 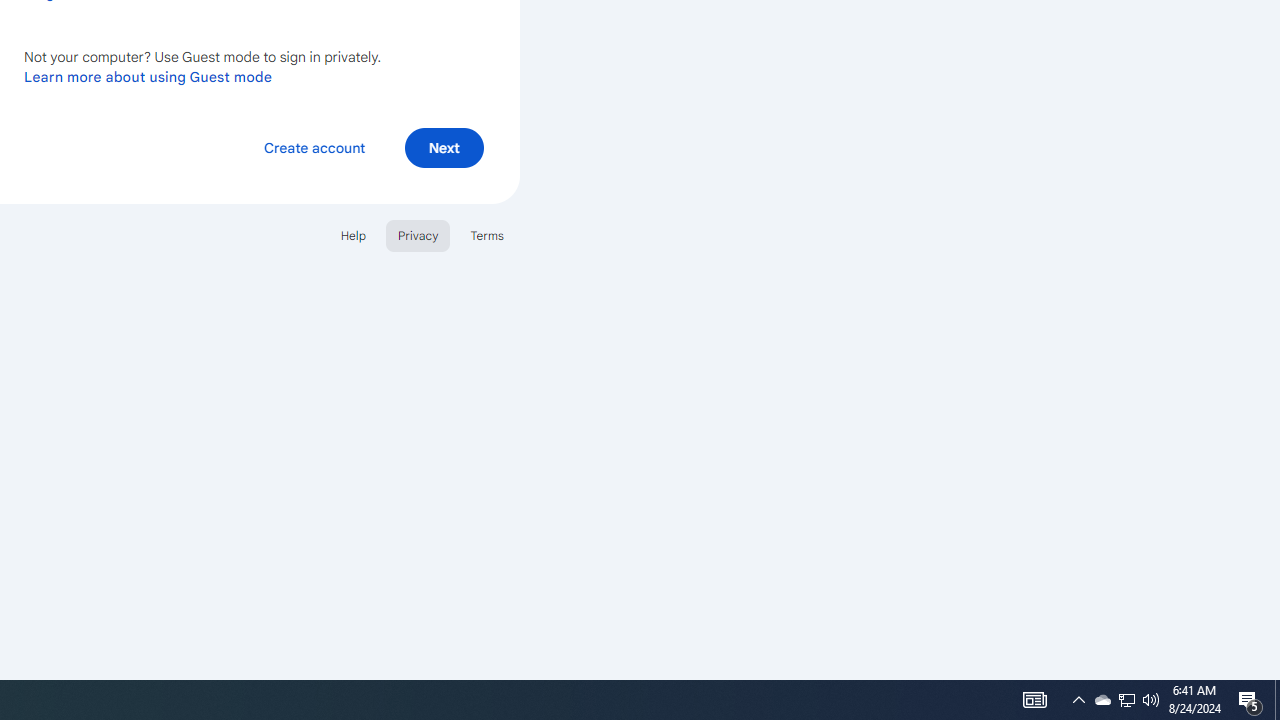 I want to click on 'Learn more about using Guest mode', so click(x=147, y=75).